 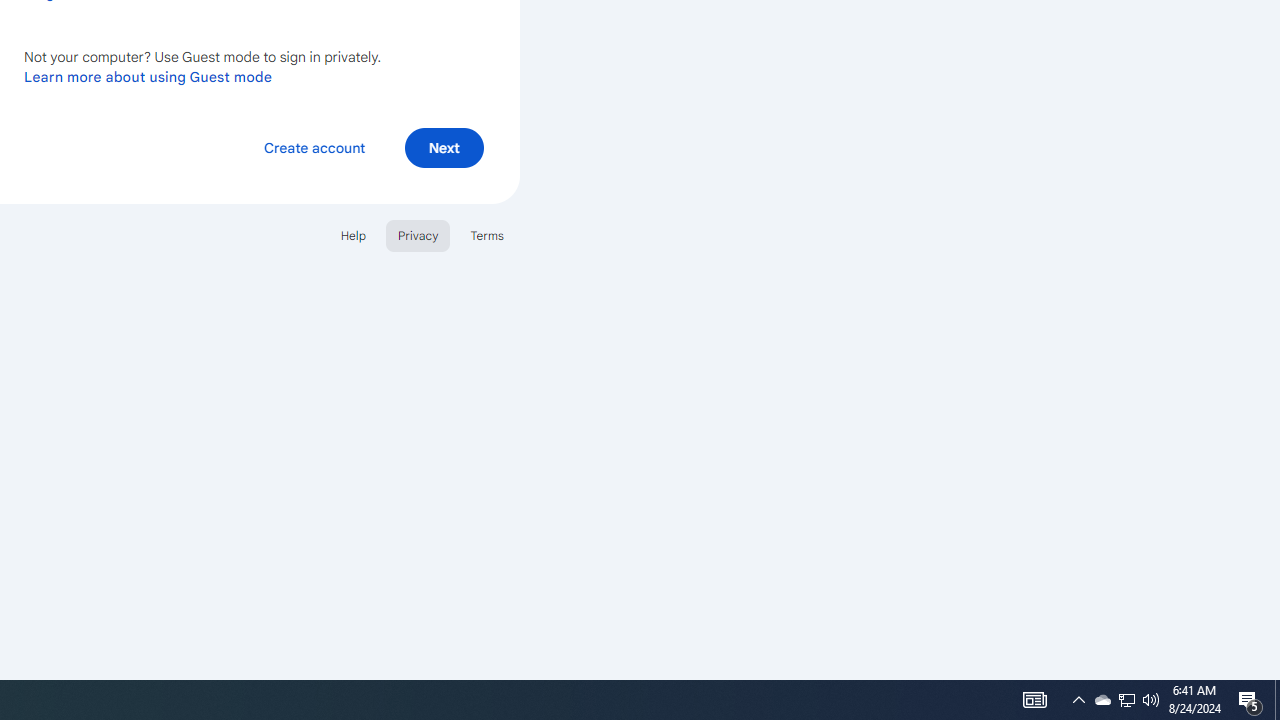 I want to click on 'Learn more about using Guest mode', so click(x=147, y=75).